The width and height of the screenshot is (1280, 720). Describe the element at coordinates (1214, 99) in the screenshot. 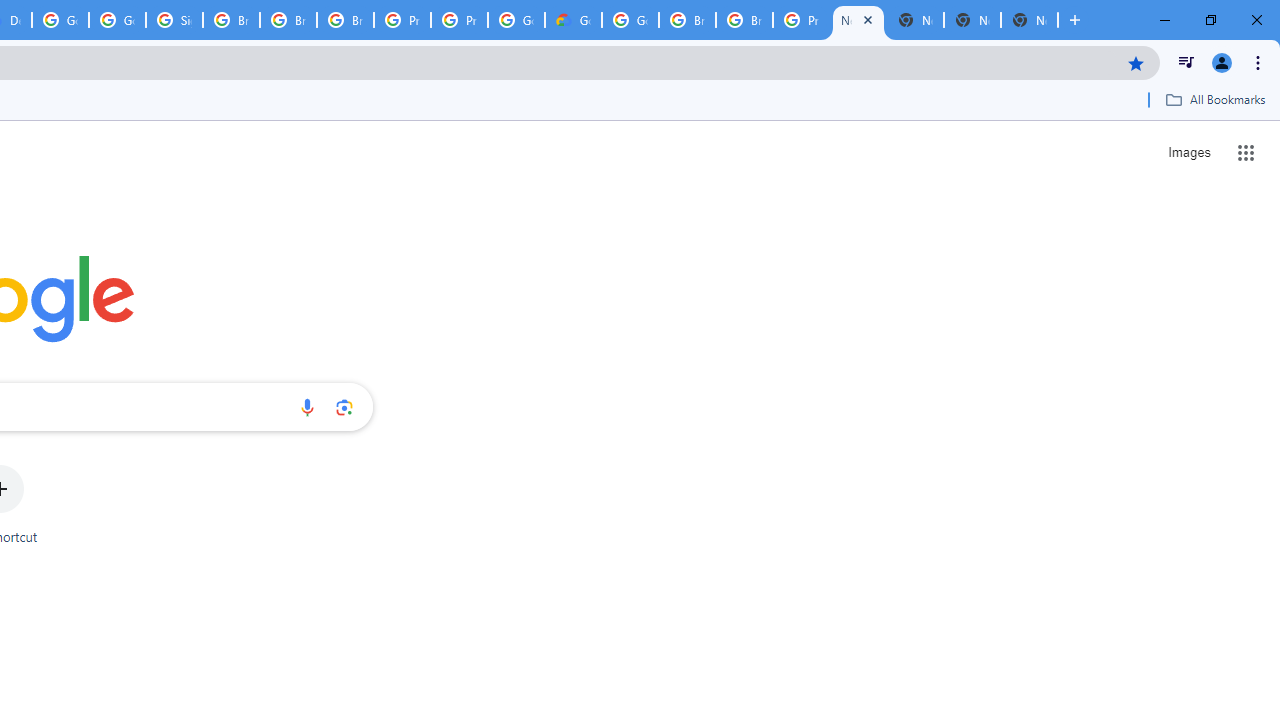

I see `'All Bookmarks'` at that location.